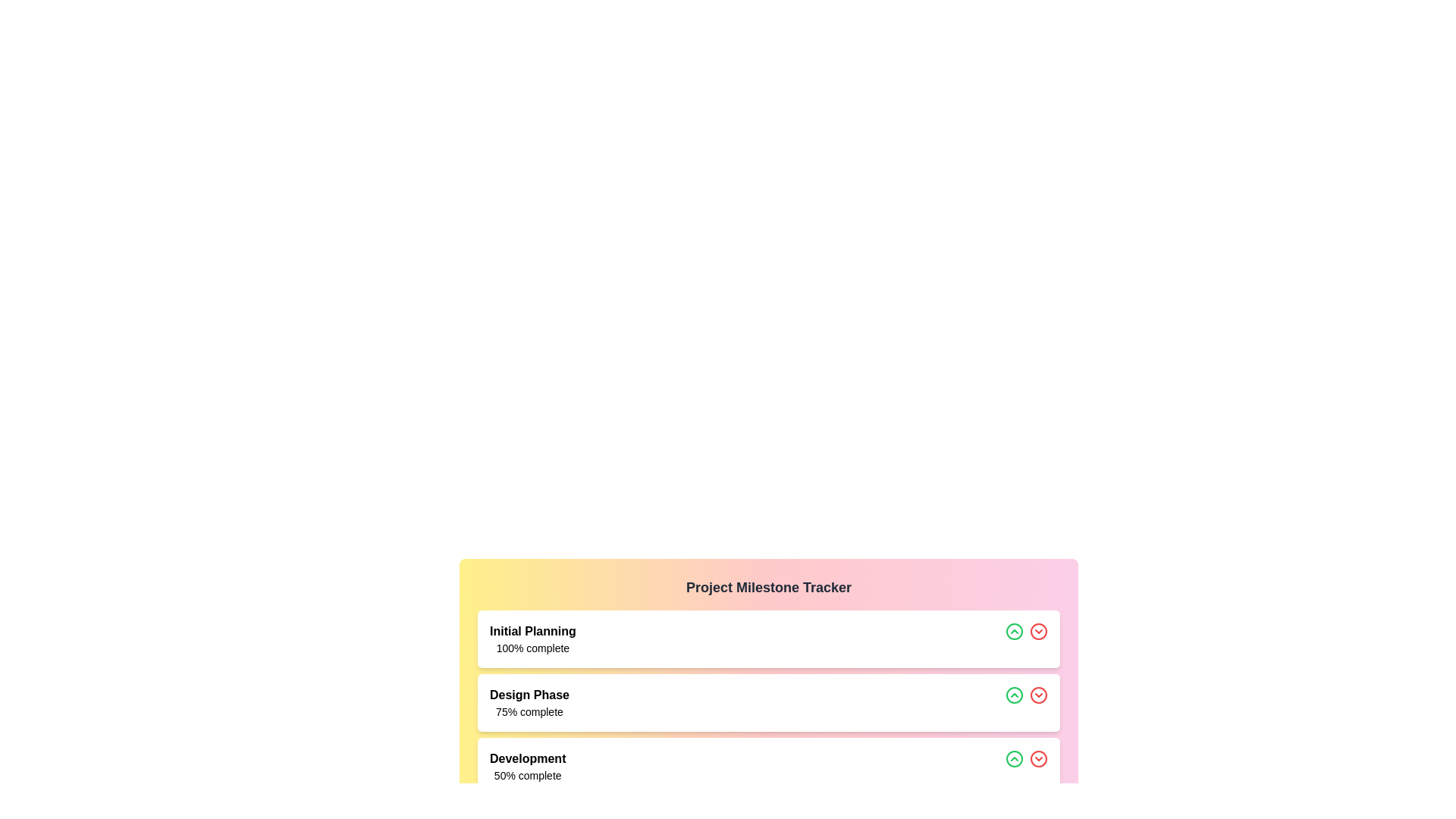 This screenshot has width=1456, height=819. Describe the element at coordinates (529, 695) in the screenshot. I see `the 'Design Phase' static text label in the project milestone tracker, which is positioned below 'Initial Planning' and above 'Development'` at that location.